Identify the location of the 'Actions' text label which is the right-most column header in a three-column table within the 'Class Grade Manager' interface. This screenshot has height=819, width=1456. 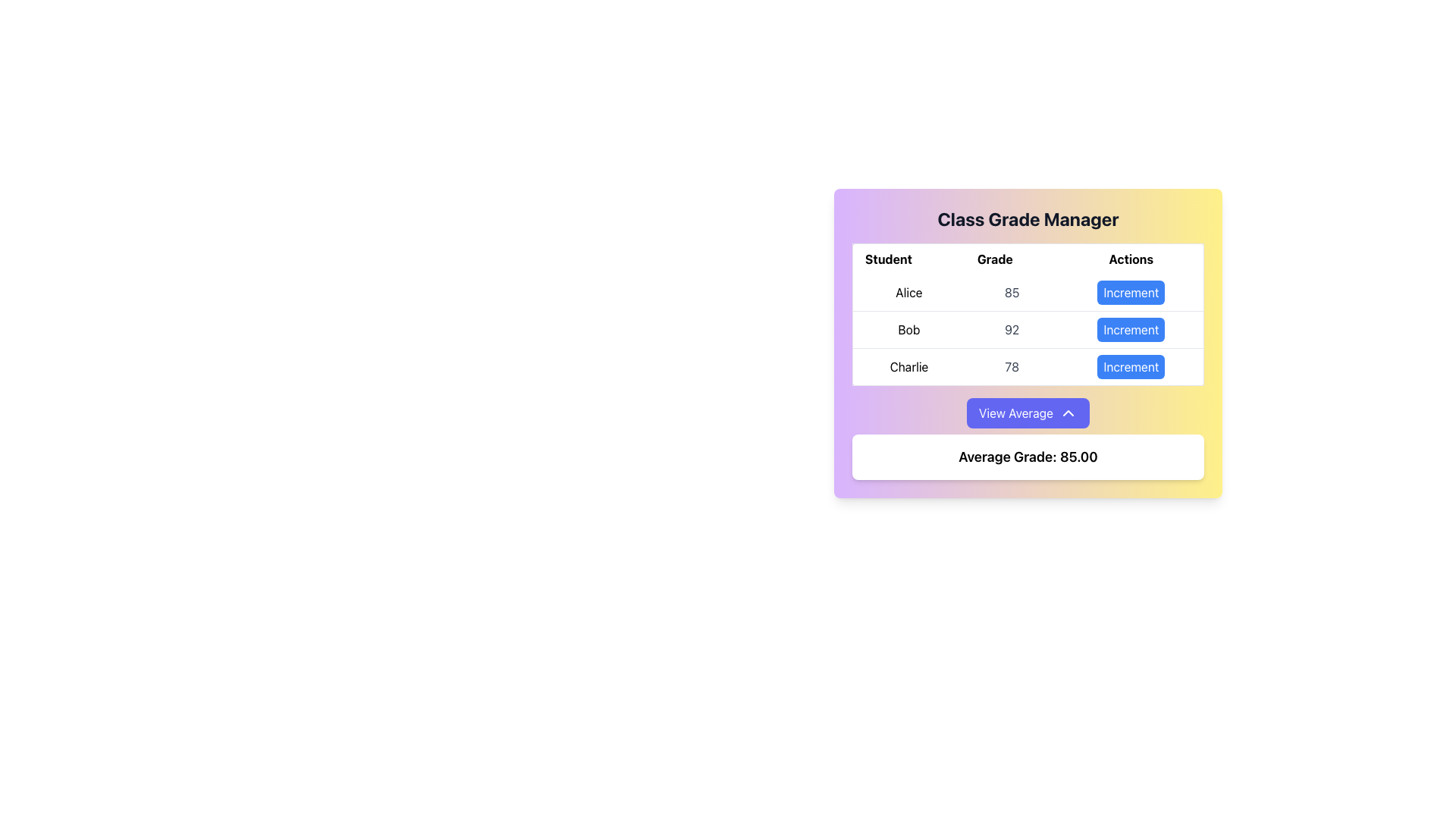
(1131, 258).